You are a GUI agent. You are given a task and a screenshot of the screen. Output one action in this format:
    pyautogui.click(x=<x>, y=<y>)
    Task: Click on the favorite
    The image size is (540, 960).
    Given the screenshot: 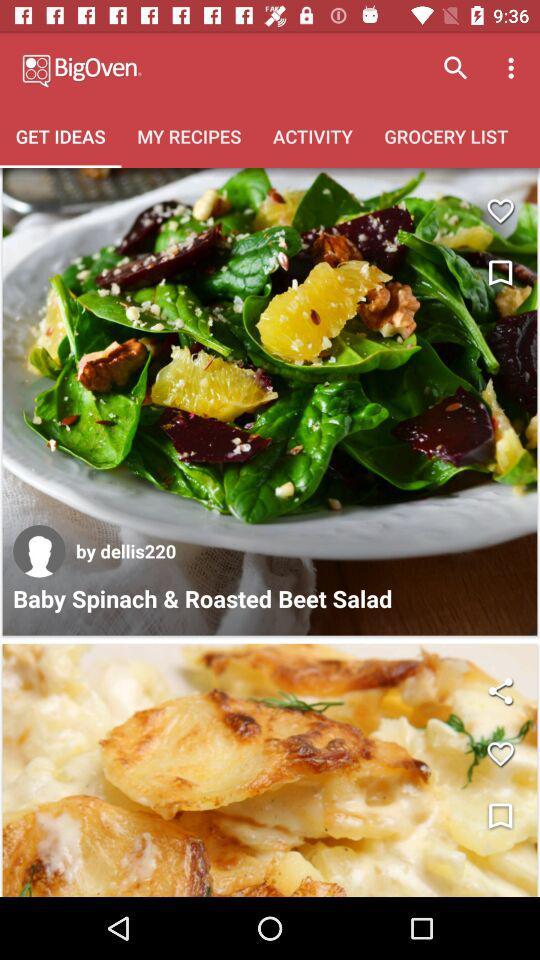 What is the action you would take?
    pyautogui.click(x=499, y=753)
    